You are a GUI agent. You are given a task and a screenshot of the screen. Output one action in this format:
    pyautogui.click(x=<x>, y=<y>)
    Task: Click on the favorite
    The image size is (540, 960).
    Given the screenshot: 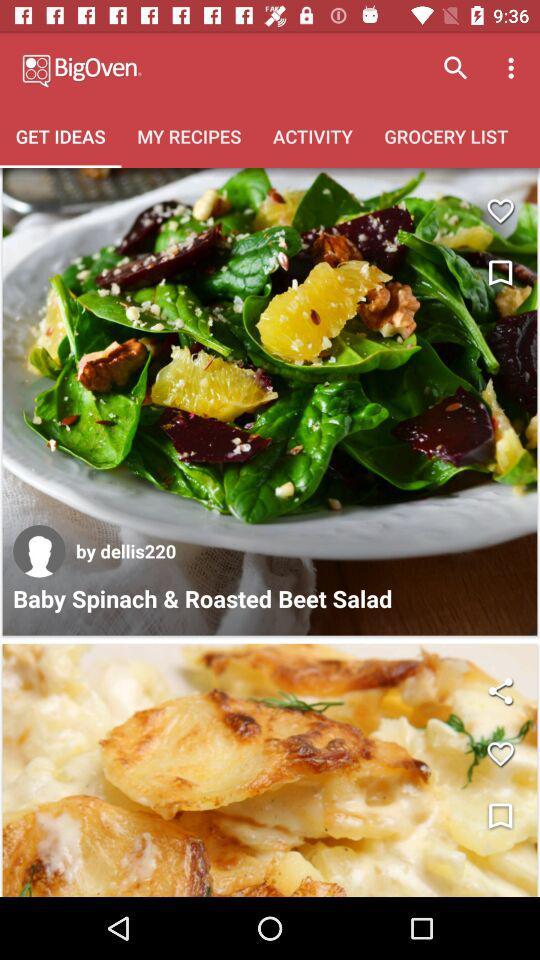 What is the action you would take?
    pyautogui.click(x=499, y=753)
    